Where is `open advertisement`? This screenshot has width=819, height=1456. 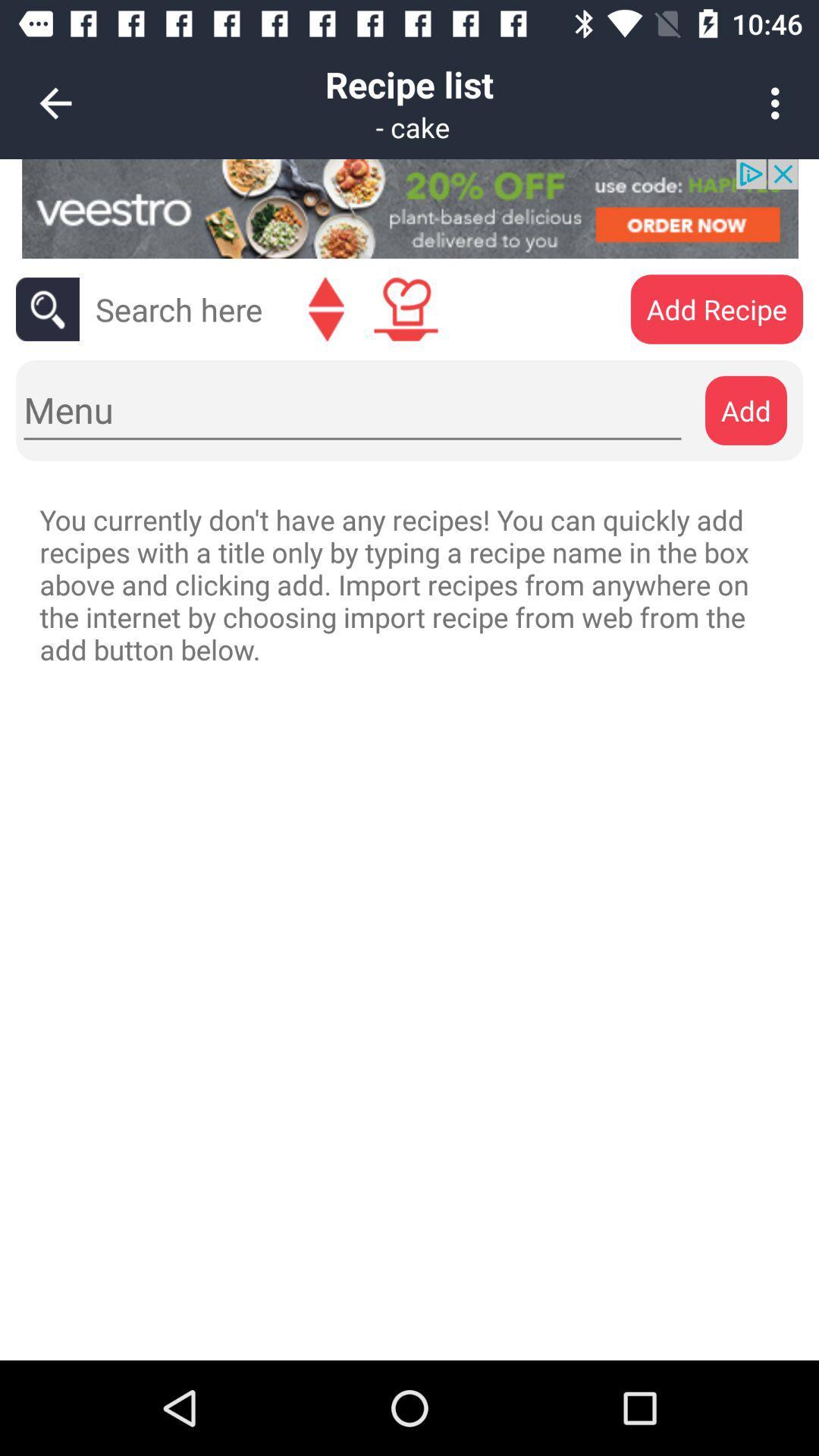 open advertisement is located at coordinates (409, 208).